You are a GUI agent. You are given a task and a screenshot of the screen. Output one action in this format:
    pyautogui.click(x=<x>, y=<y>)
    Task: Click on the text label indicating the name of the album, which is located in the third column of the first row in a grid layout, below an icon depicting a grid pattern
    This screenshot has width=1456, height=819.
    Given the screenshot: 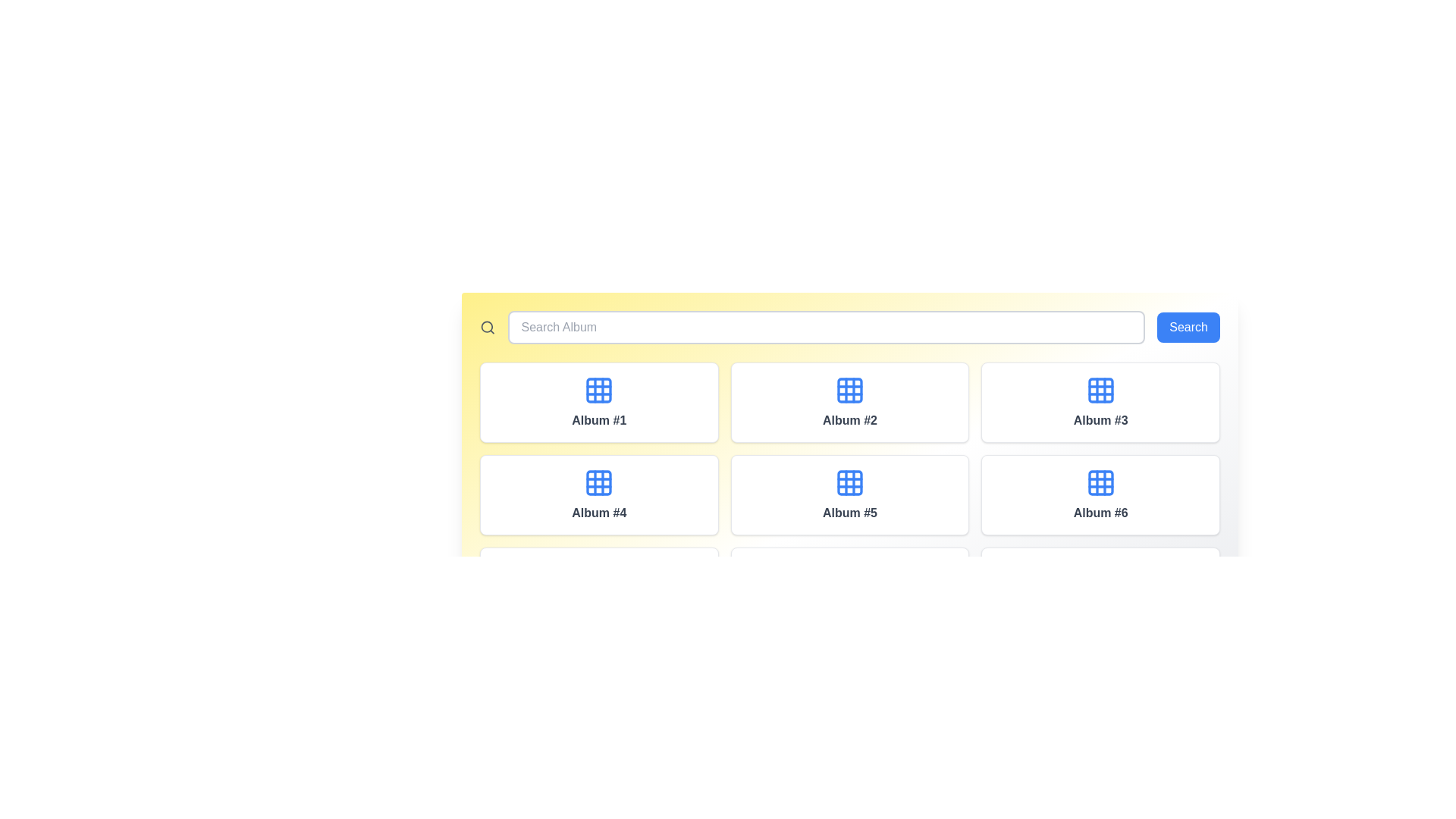 What is the action you would take?
    pyautogui.click(x=1100, y=421)
    